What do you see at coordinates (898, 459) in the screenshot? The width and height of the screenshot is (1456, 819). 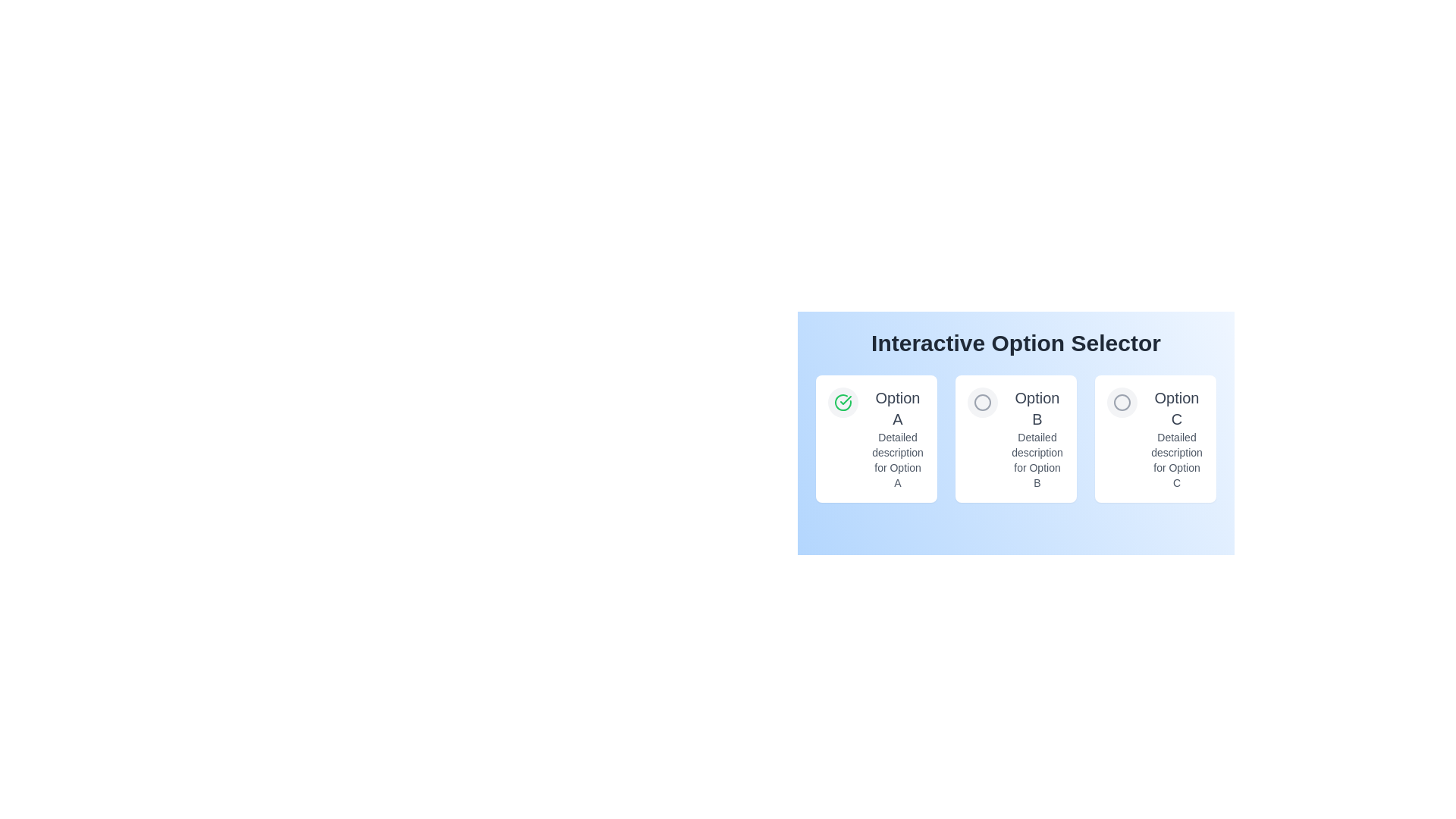 I see `the static text label providing detailed information about 'Option A', located directly below its title in the first option card` at bounding box center [898, 459].